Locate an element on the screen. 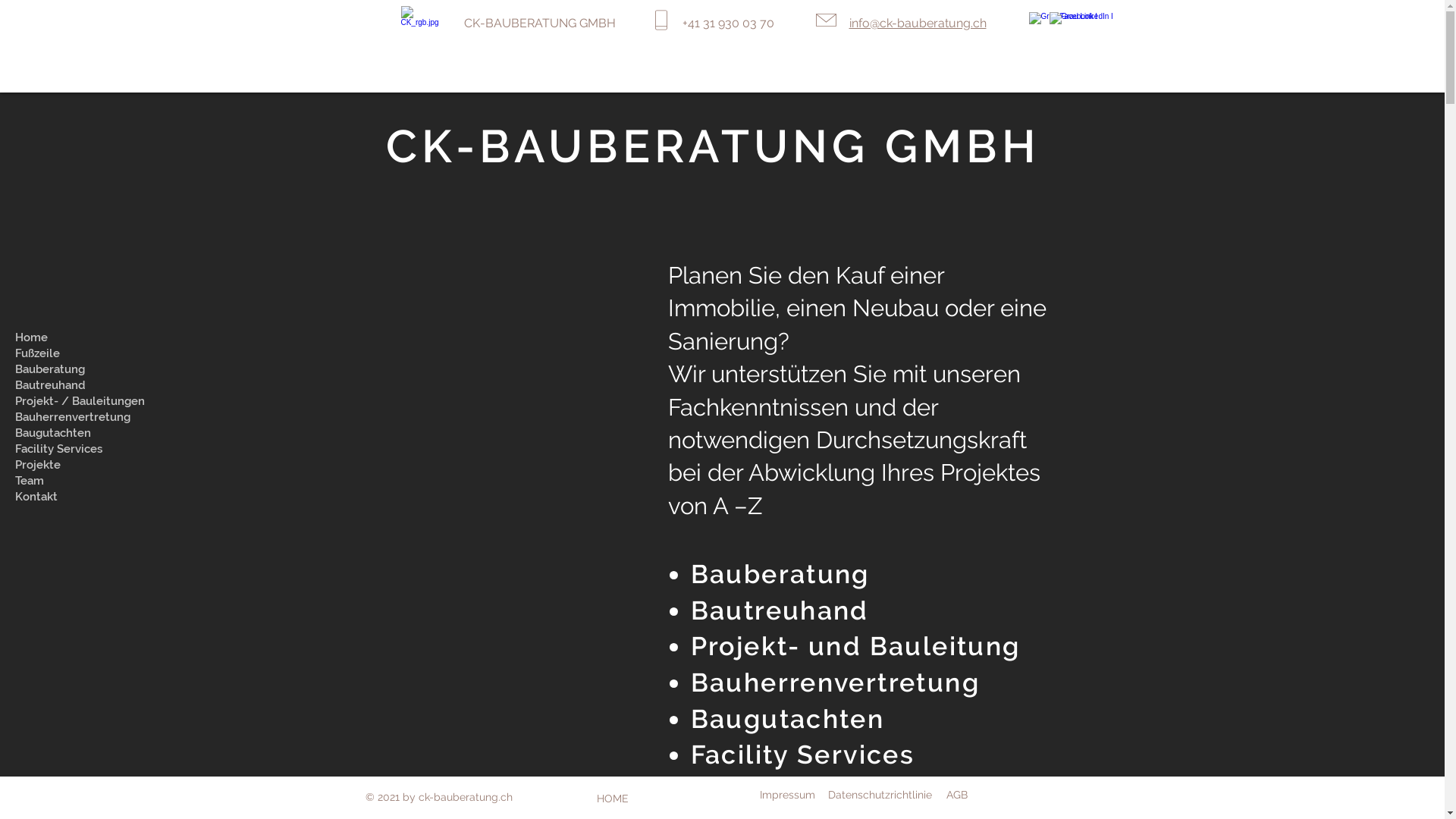 Image resolution: width=1456 pixels, height=819 pixels. 'Team' is located at coordinates (83, 481).